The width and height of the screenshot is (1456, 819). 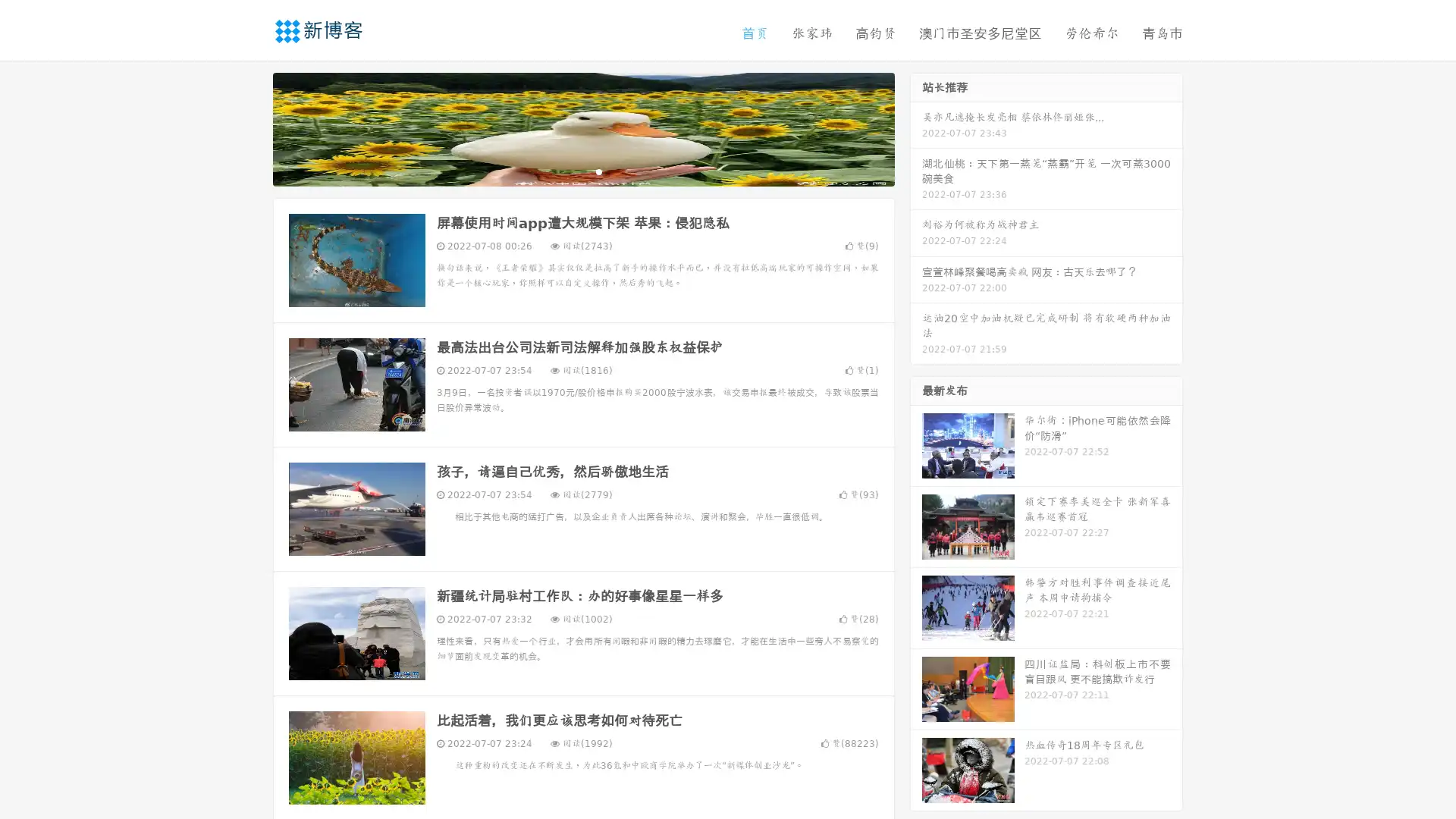 What do you see at coordinates (250, 127) in the screenshot?
I see `Previous slide` at bounding box center [250, 127].